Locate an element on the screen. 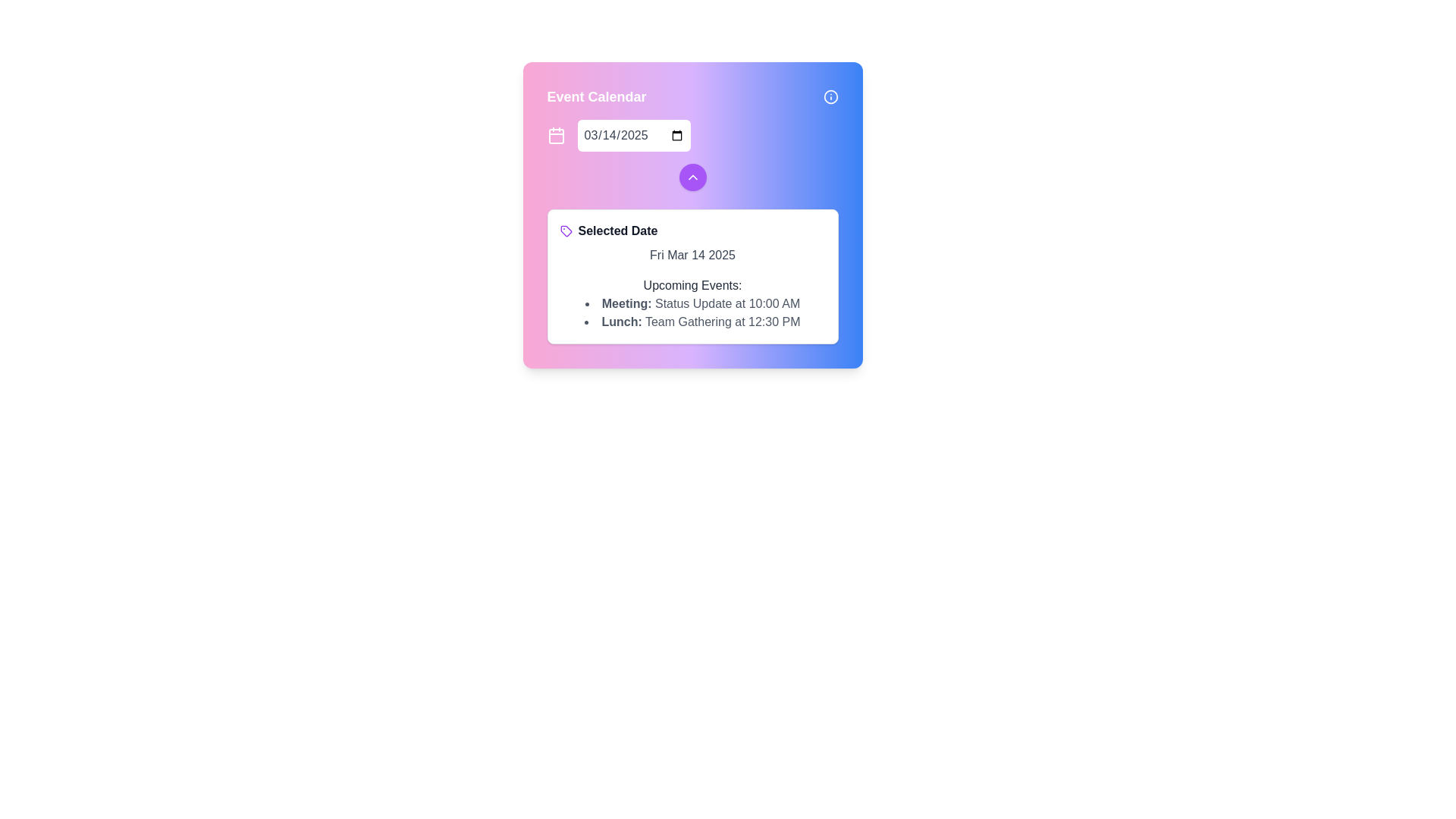 The image size is (1456, 819). the navigation buttons of the Interactive Calendar Widget, which includes a purple circular button below the date input box is located at coordinates (692, 215).